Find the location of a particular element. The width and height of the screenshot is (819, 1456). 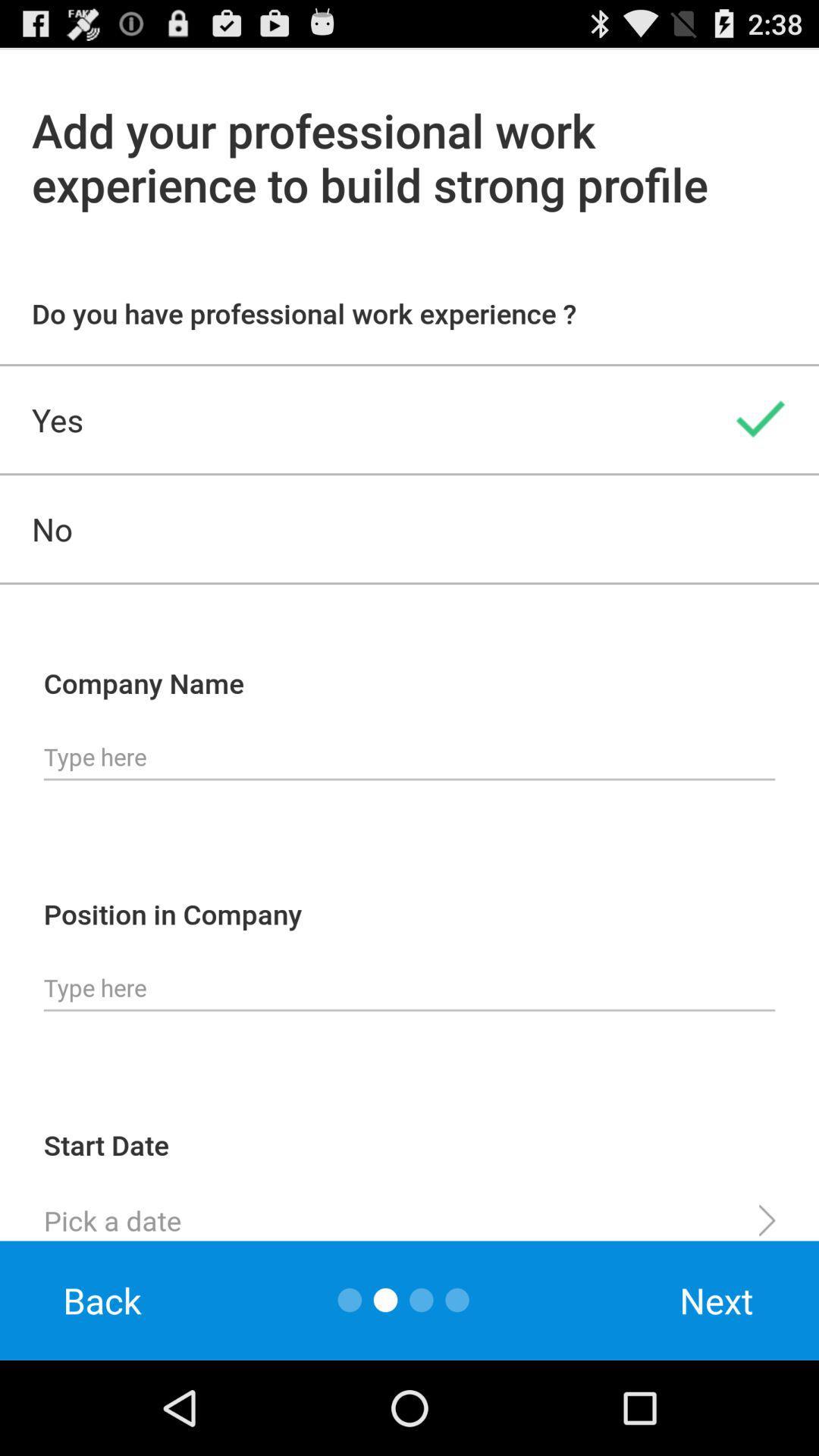

icon at the bottom left corner is located at coordinates (102, 1300).